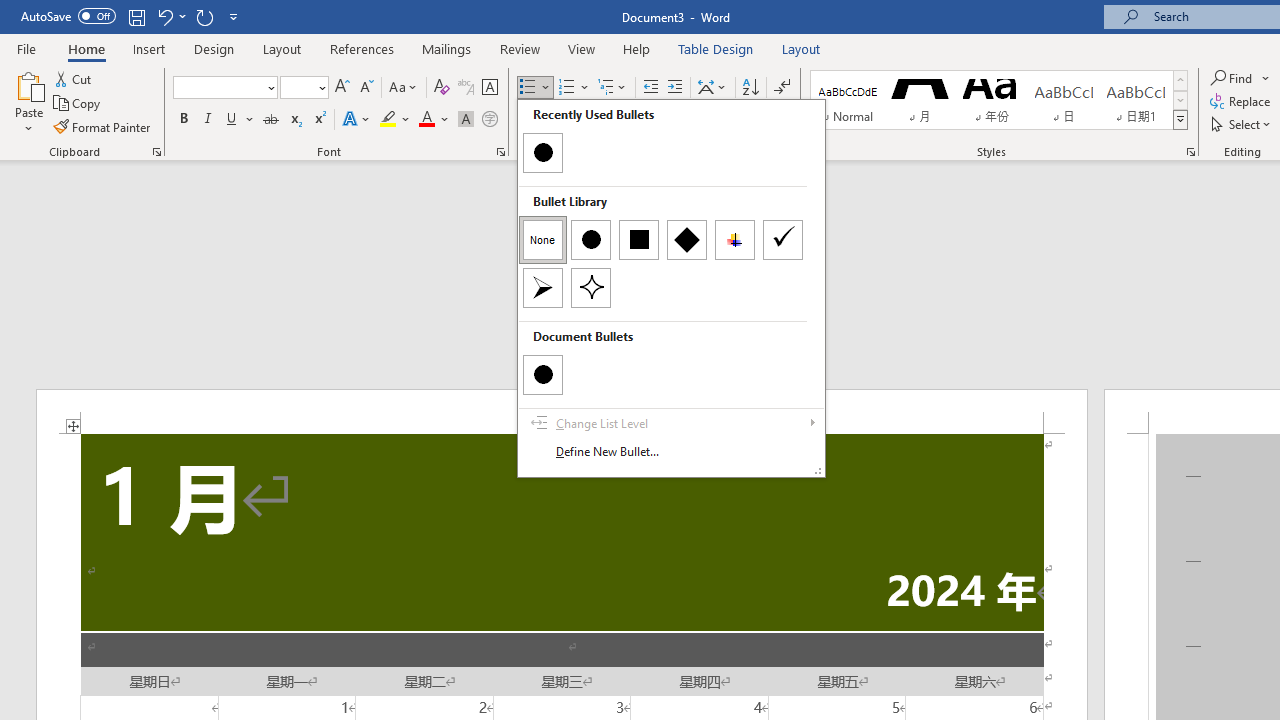  I want to click on 'Change Case', so click(403, 86).